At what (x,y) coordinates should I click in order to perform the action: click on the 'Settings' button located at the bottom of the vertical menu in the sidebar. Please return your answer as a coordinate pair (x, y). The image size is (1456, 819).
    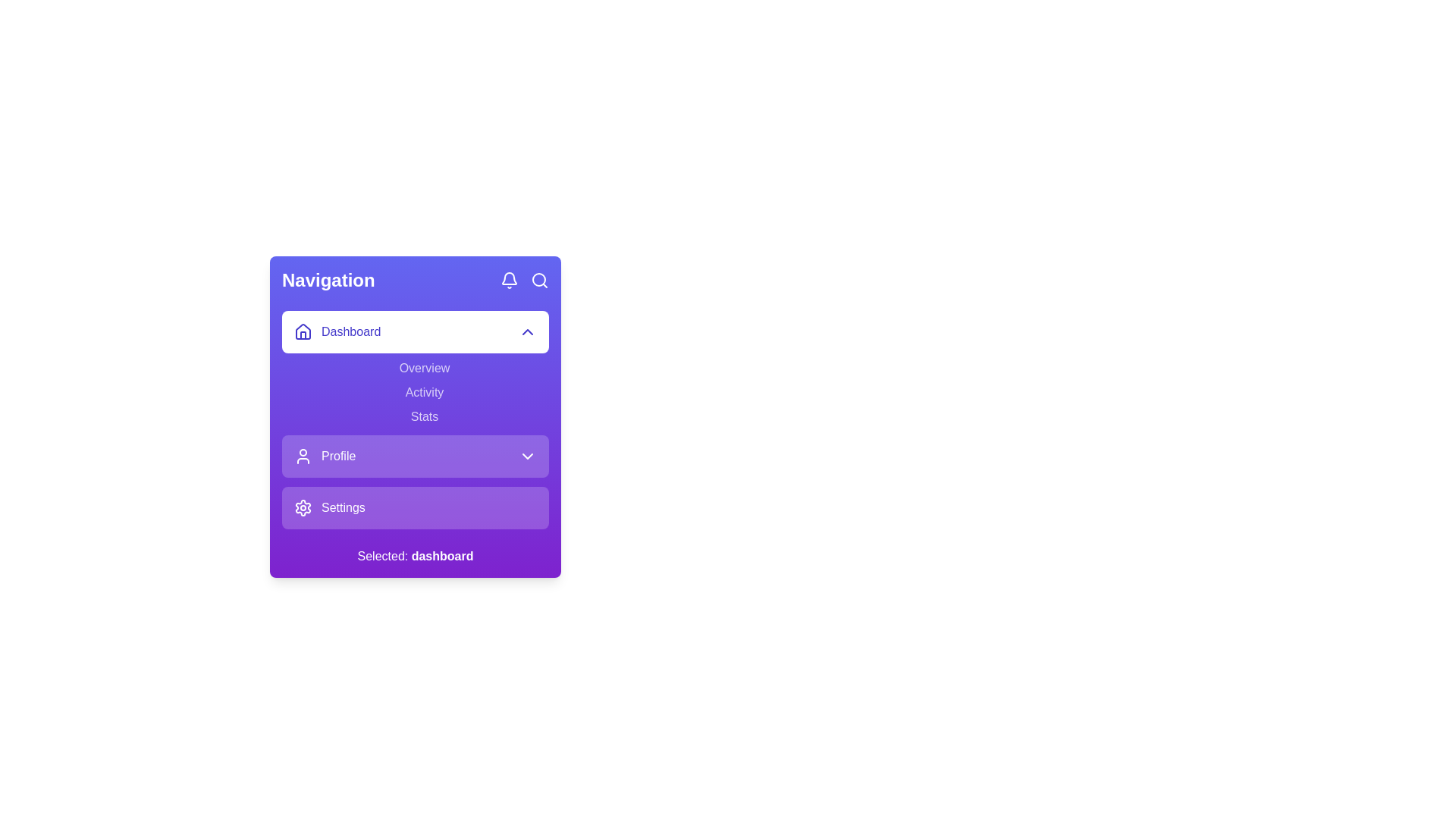
    Looking at the image, I should click on (415, 508).